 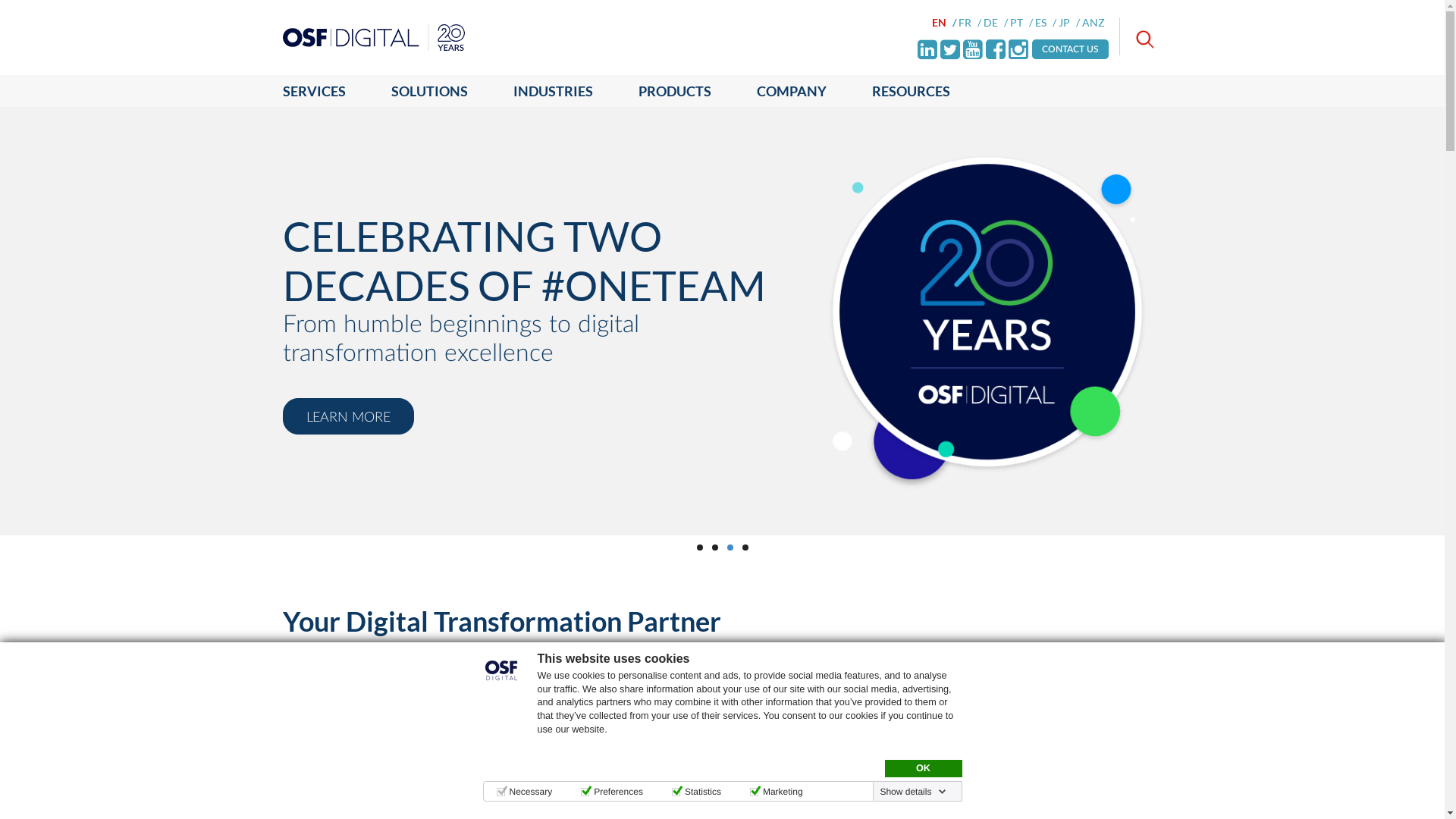 I want to click on 'Go', so click(x=9, y=9).